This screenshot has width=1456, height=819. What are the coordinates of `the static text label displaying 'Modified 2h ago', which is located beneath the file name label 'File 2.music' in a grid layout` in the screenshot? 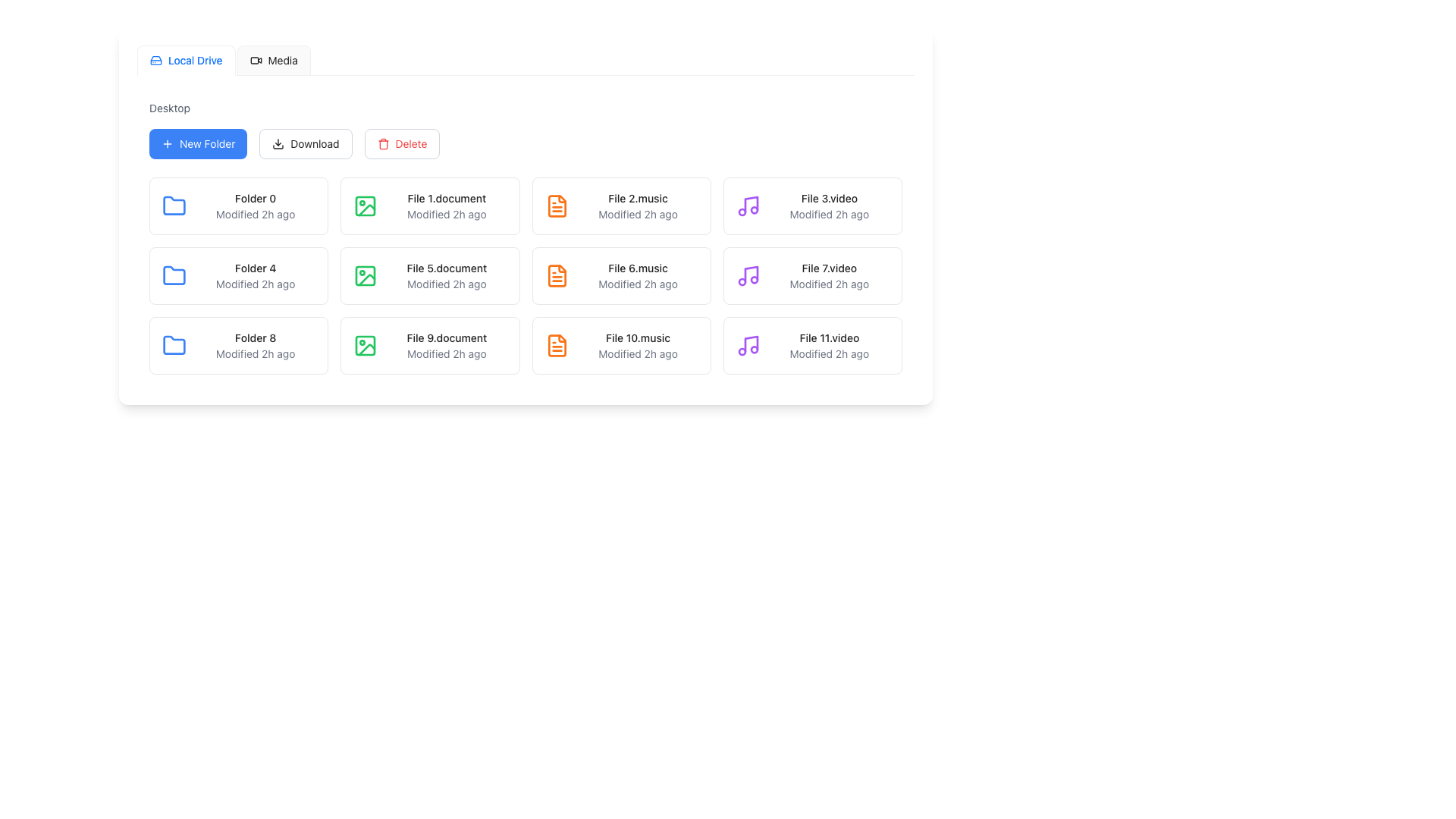 It's located at (638, 214).